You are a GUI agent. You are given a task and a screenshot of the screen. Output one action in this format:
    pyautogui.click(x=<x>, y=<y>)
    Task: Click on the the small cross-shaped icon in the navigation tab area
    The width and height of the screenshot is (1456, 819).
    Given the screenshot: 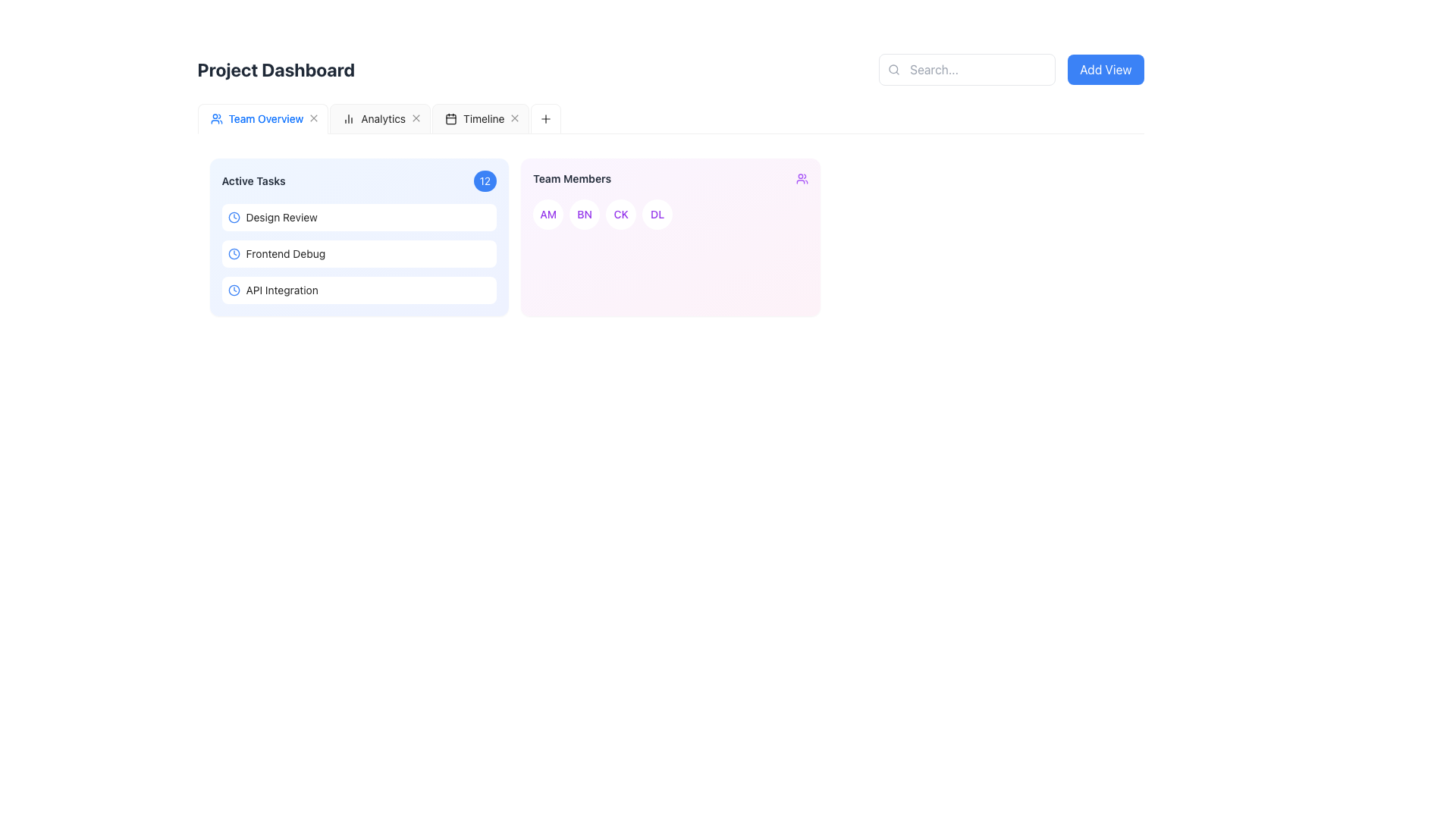 What is the action you would take?
    pyautogui.click(x=416, y=118)
    